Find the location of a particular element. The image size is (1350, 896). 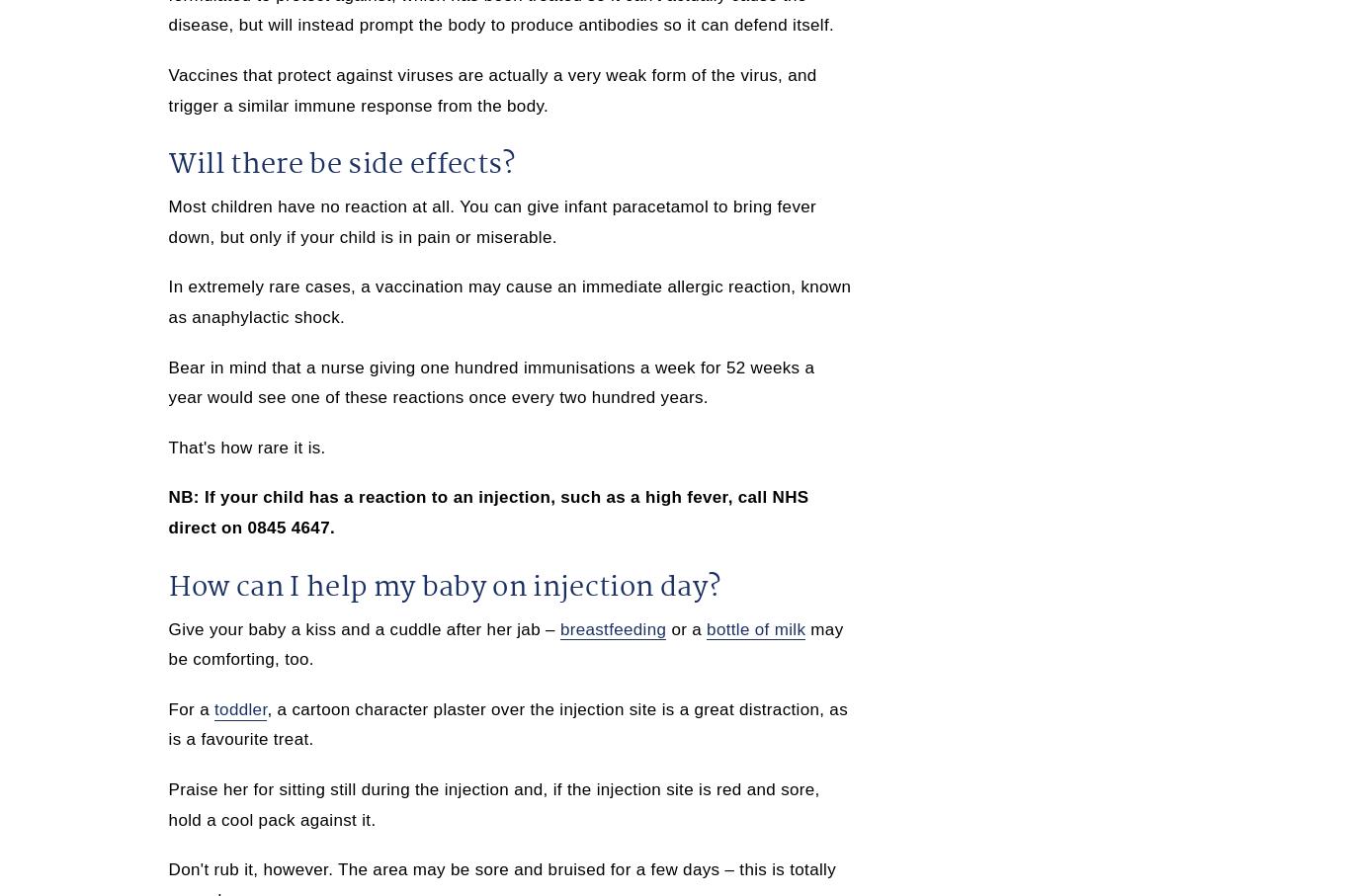

'Praise her for sitting still during the injection and, if the injection site is red and sore, hold a cool pack against it.' is located at coordinates (167, 804).